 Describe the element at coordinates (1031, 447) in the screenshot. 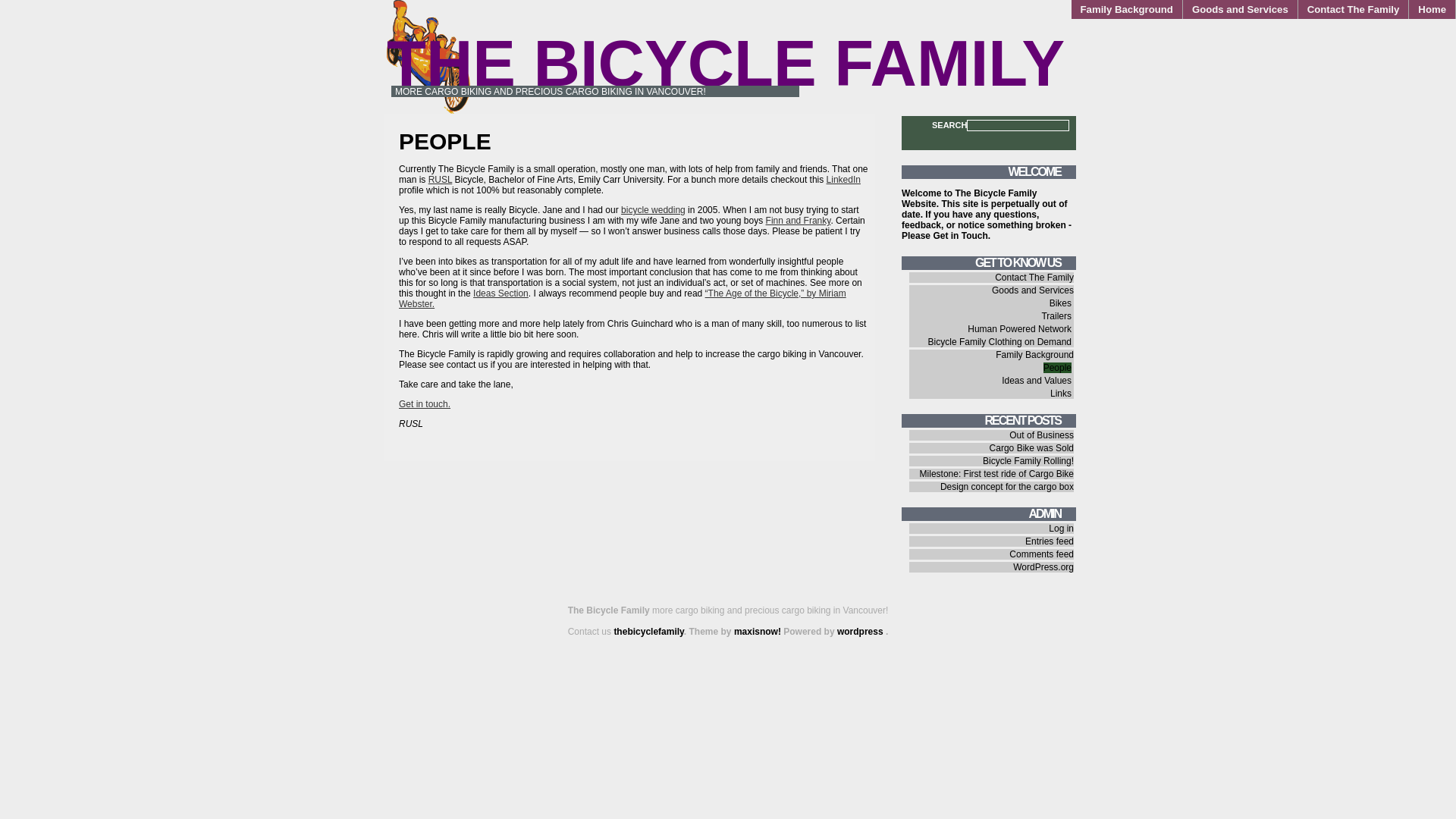

I see `'Cargo Bike was Sold'` at that location.